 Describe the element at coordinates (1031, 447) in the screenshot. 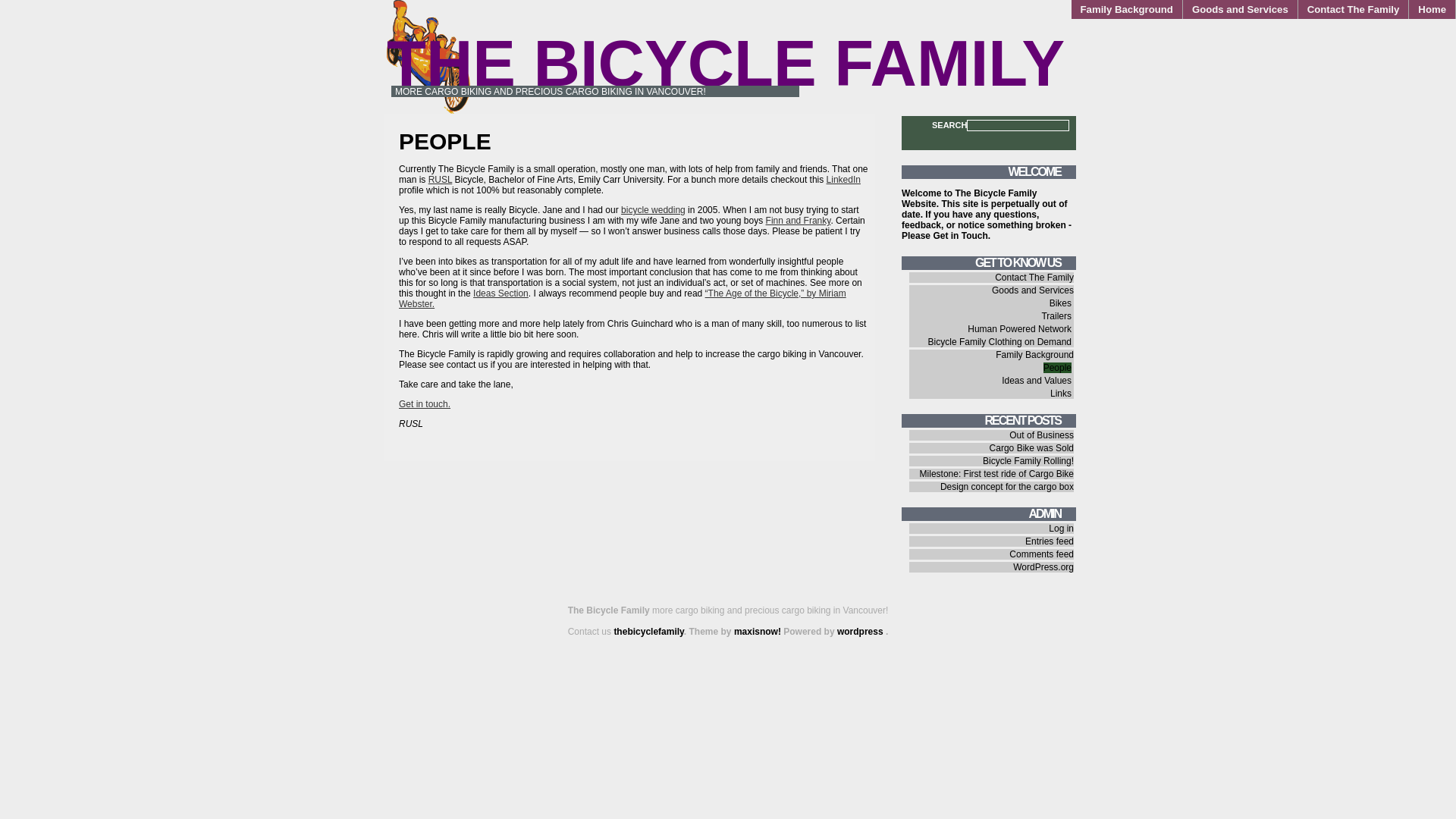

I see `'Cargo Bike was Sold'` at that location.